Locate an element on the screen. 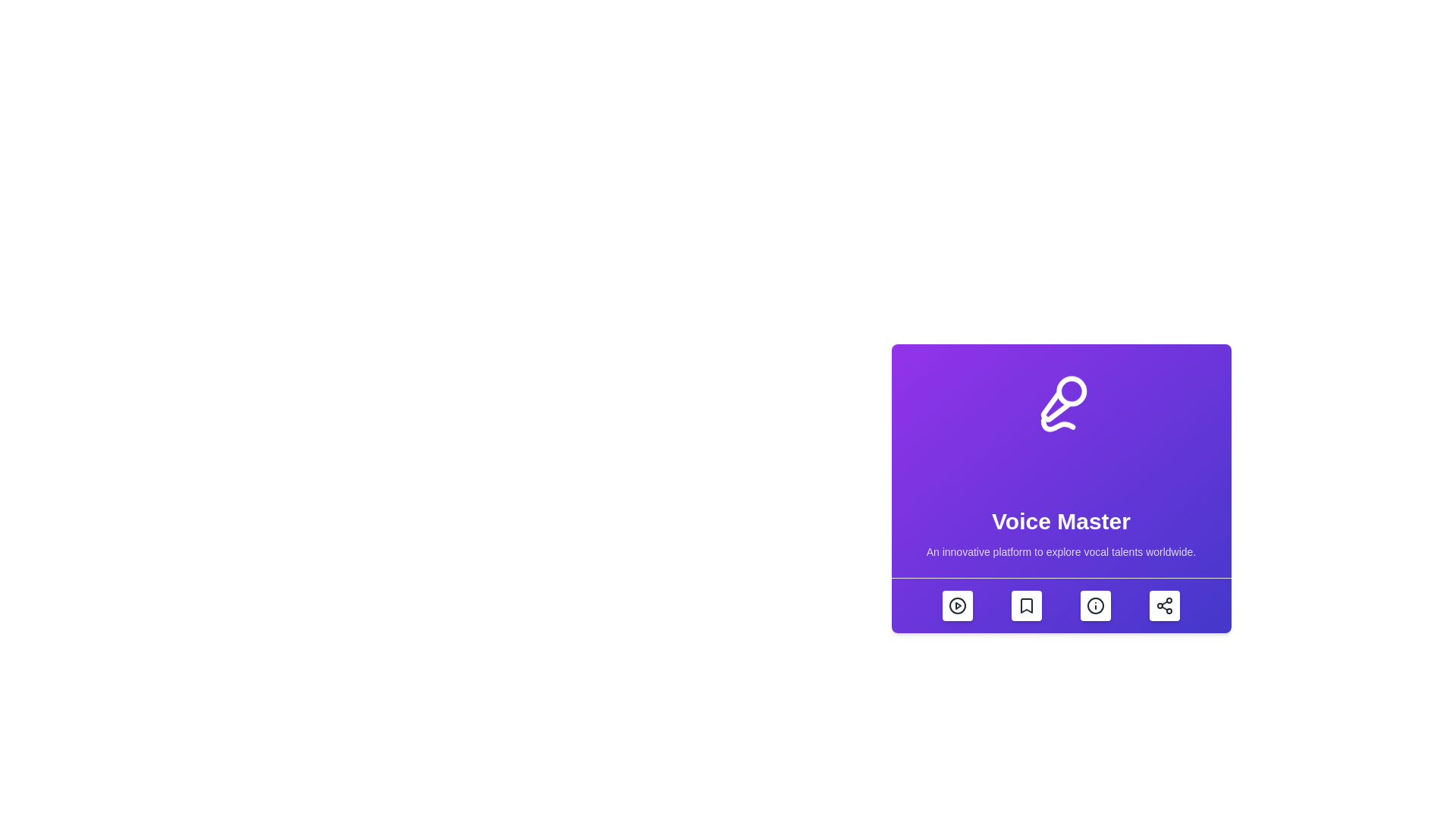 Image resolution: width=1456 pixels, height=819 pixels. the share icon button located in the last position of the horizontal row at the bottom of the purple card section is located at coordinates (1164, 604).